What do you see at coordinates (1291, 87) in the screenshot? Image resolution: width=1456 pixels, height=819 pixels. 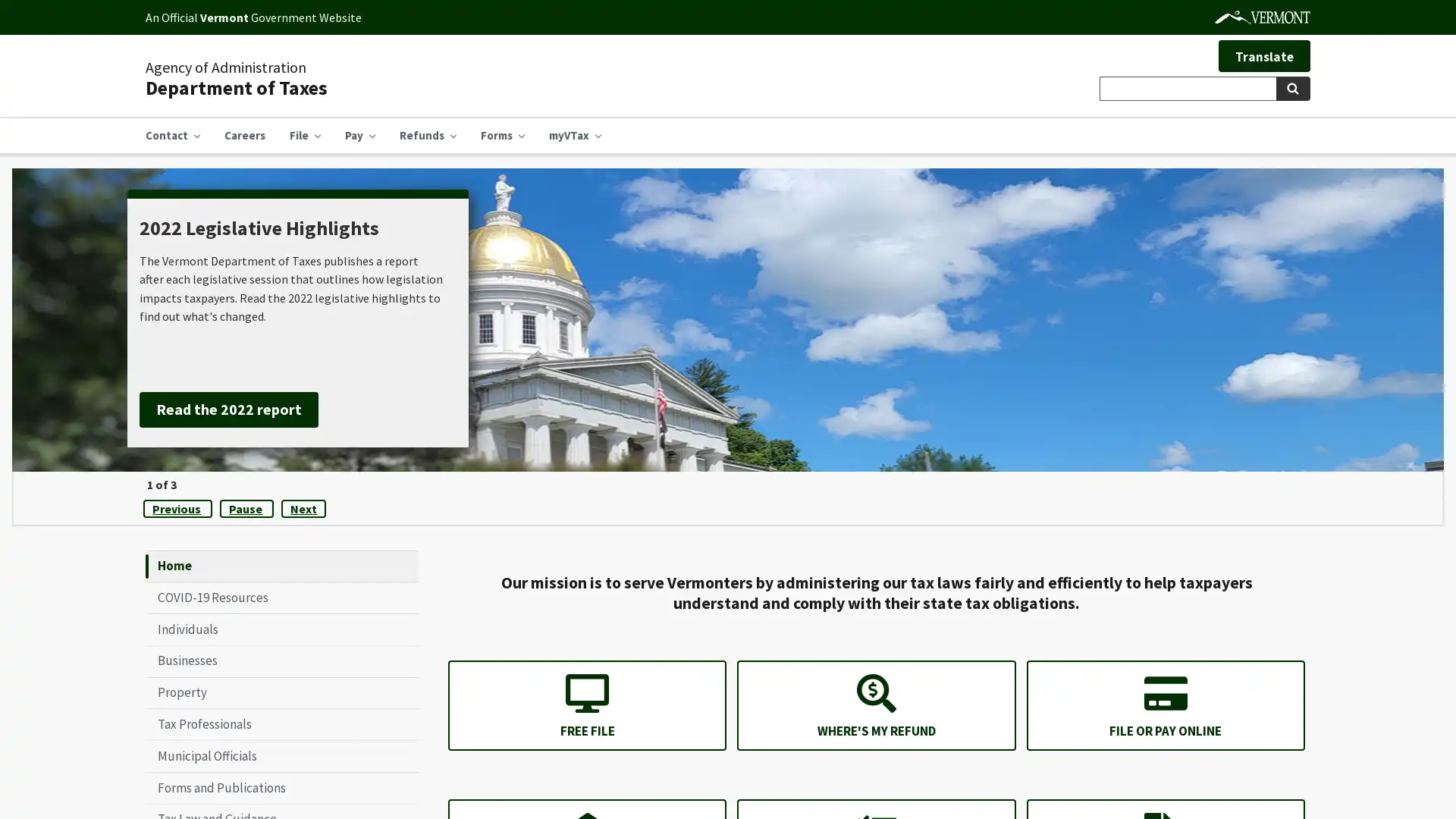 I see `Submit` at bounding box center [1291, 87].